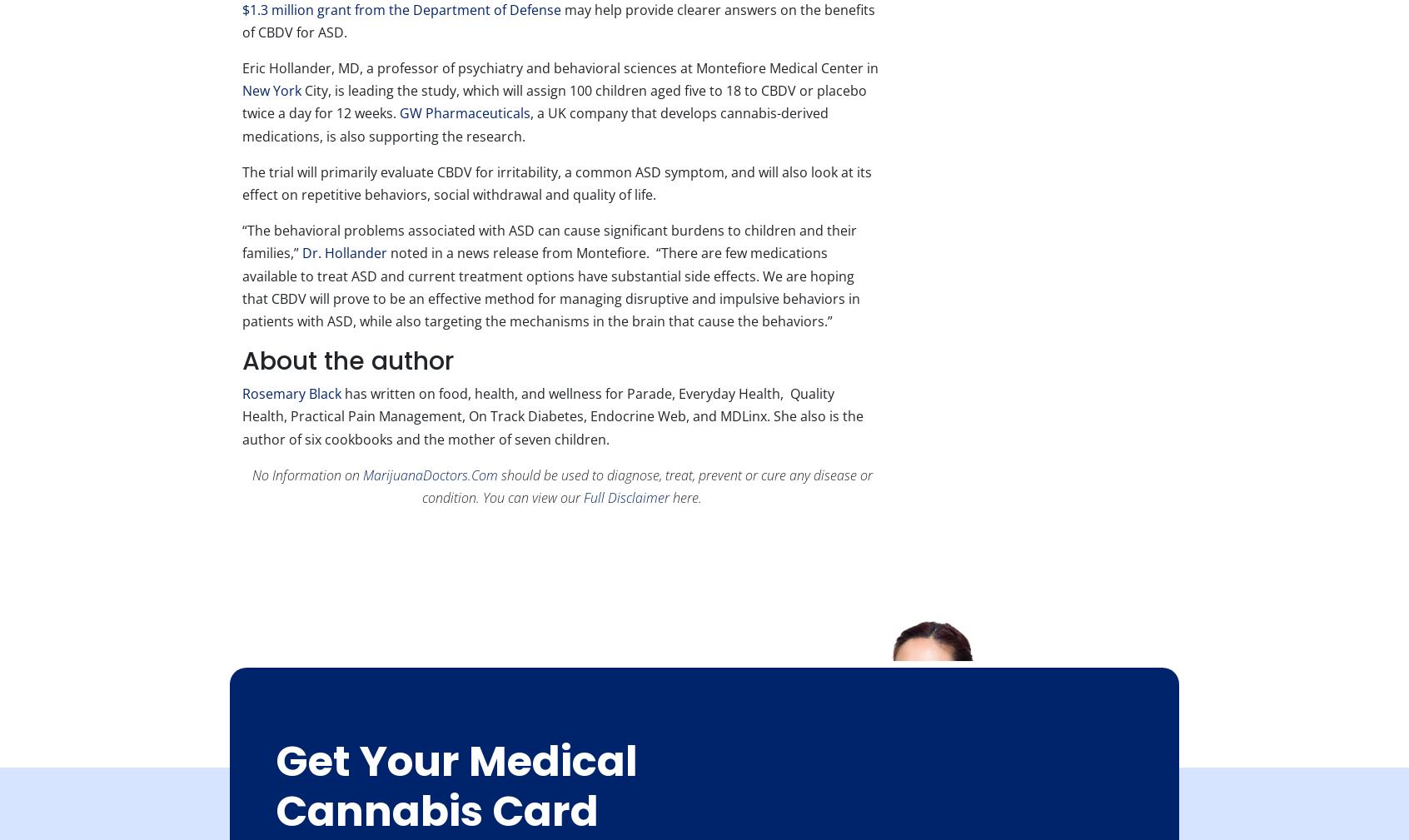  What do you see at coordinates (685, 497) in the screenshot?
I see `'here.'` at bounding box center [685, 497].